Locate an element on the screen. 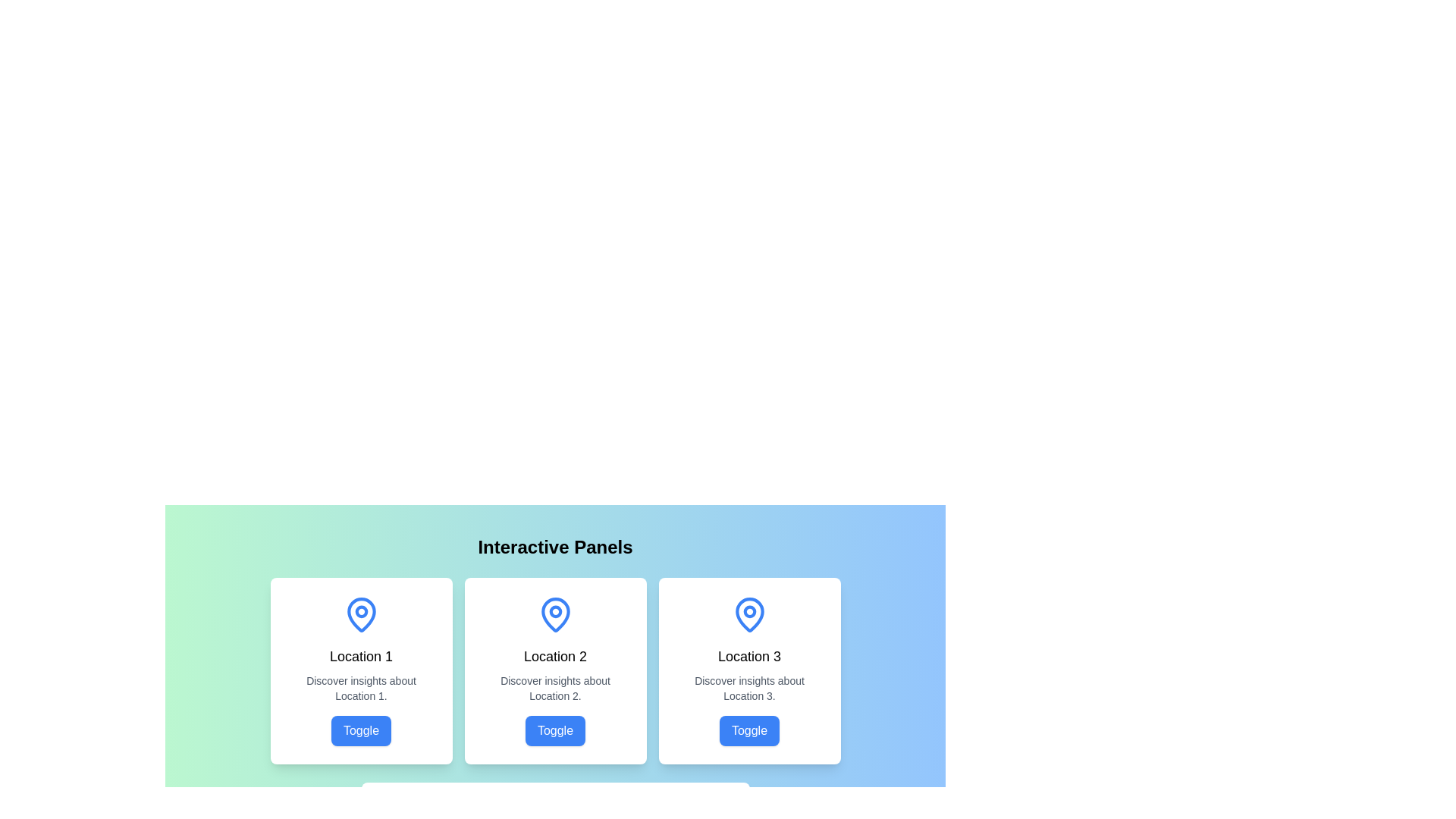 Image resolution: width=1456 pixels, height=819 pixels. the 'Toggle' button with a blue background and white text located at the bottom-center of the 'Location 1' panel is located at coordinates (360, 730).